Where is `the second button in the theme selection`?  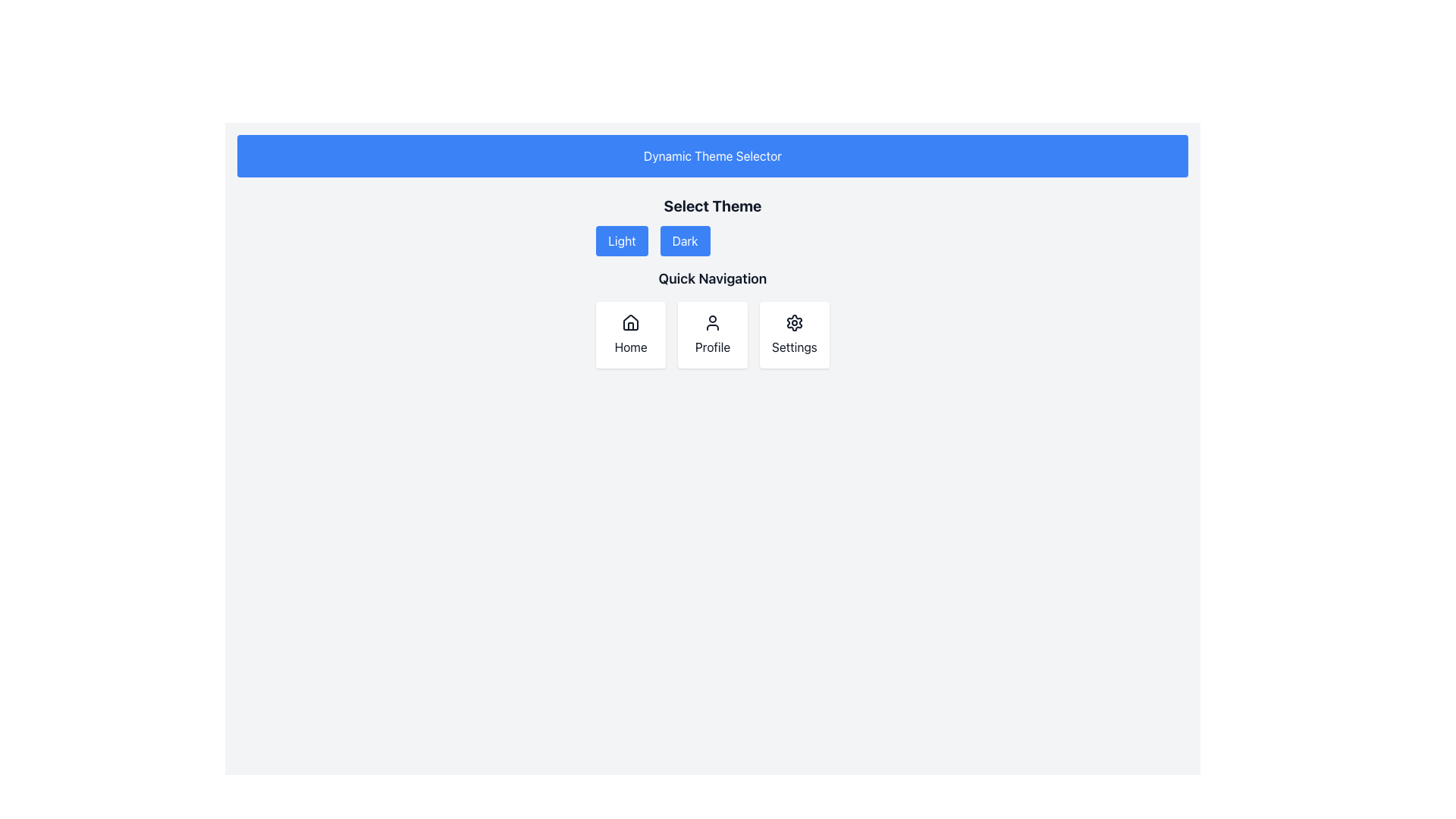
the second button in the theme selection is located at coordinates (684, 240).